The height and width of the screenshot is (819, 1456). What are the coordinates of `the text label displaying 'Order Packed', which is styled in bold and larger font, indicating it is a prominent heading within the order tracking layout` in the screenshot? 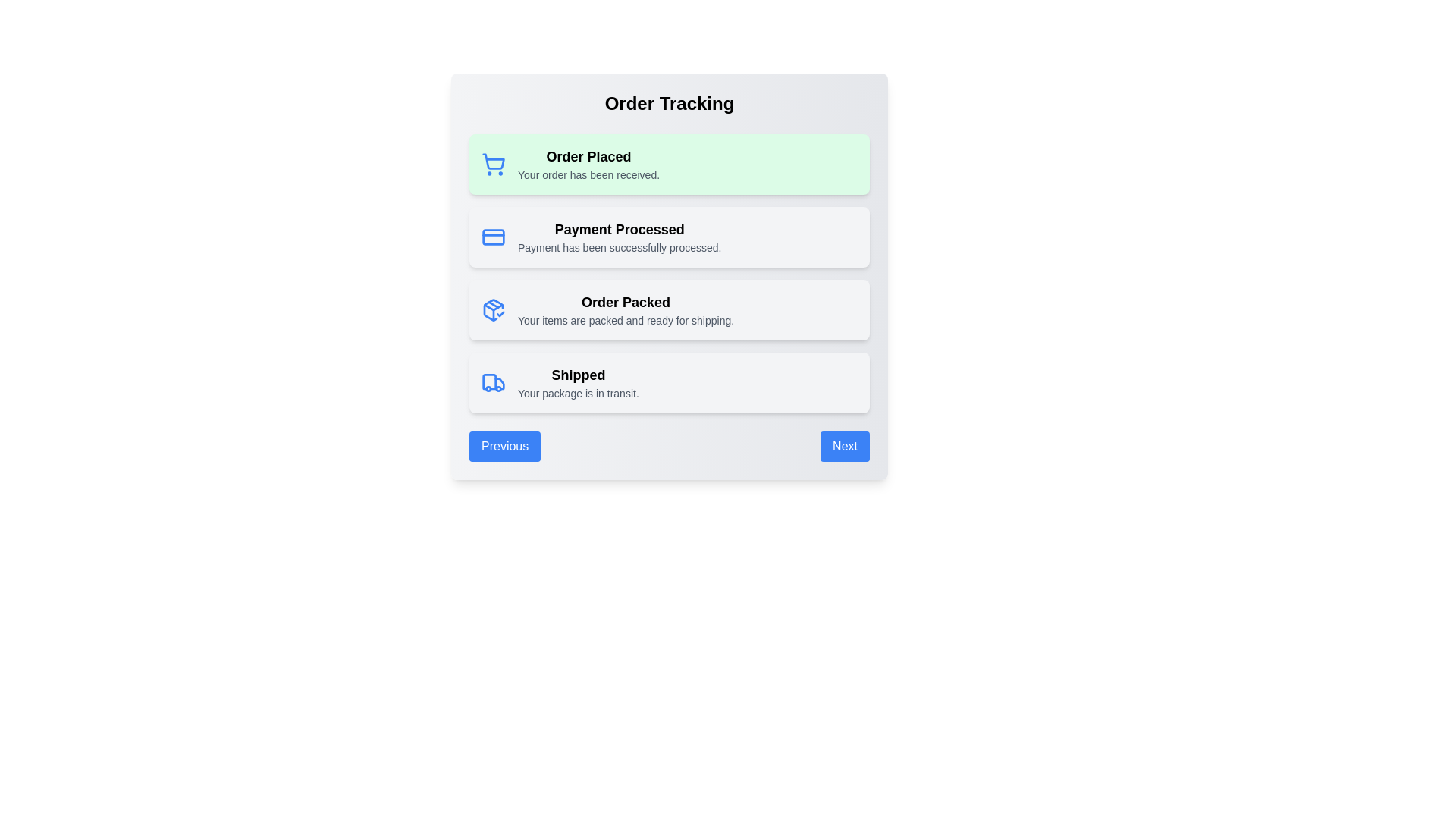 It's located at (626, 302).